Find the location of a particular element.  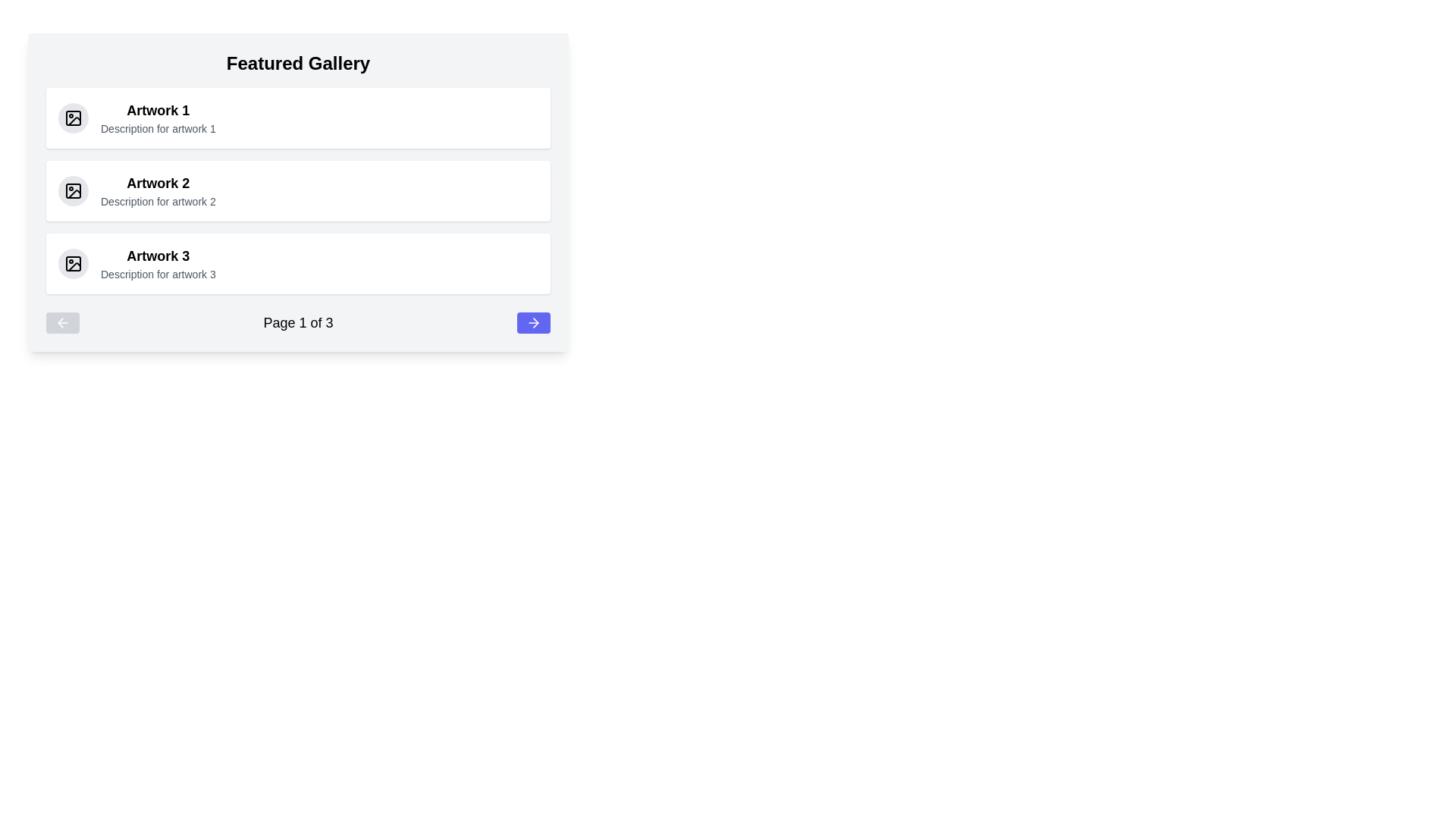

the Text Label that provides descriptive information related to 'Artwork 2', located in the 'Featured Gallery' section, directly below the 'Artwork 2' title text is located at coordinates (158, 201).